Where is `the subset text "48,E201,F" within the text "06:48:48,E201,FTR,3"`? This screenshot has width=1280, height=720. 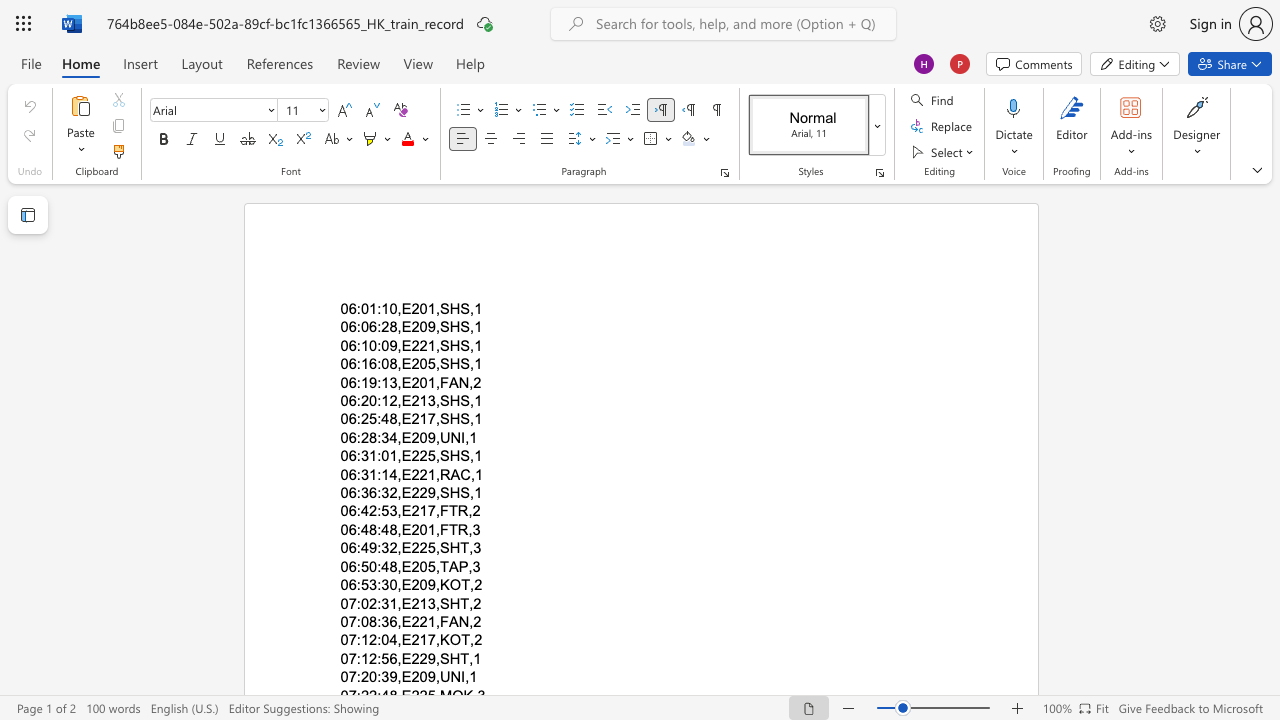
the subset text "48,E201,F" within the text "06:48:48,E201,FTR,3" is located at coordinates (381, 528).